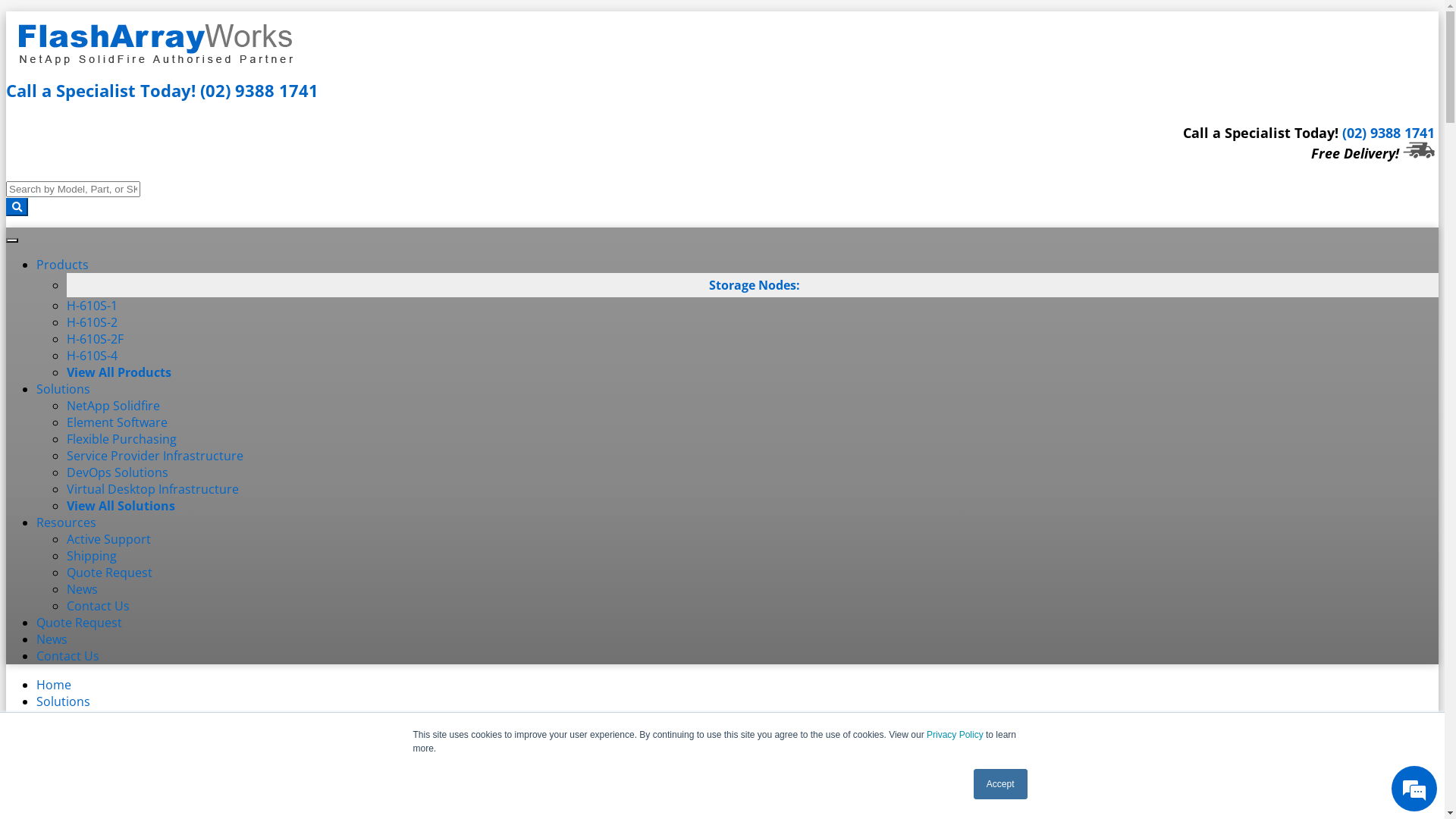 This screenshot has width=1456, height=819. I want to click on '(02) 9388 1741', so click(199, 90).